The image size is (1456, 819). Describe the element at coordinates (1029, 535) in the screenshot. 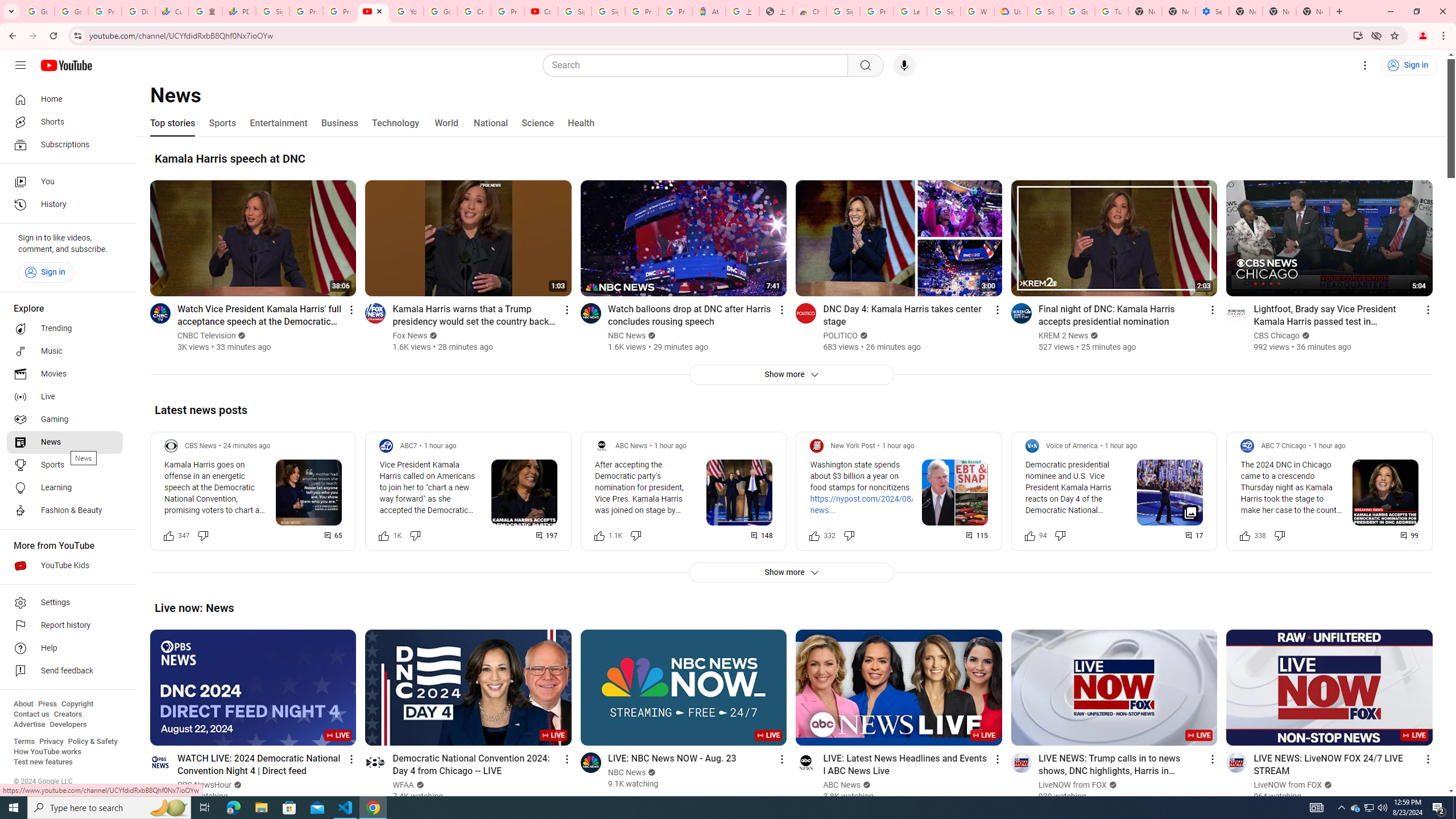

I see `'Like this post along with 94 other people'` at that location.